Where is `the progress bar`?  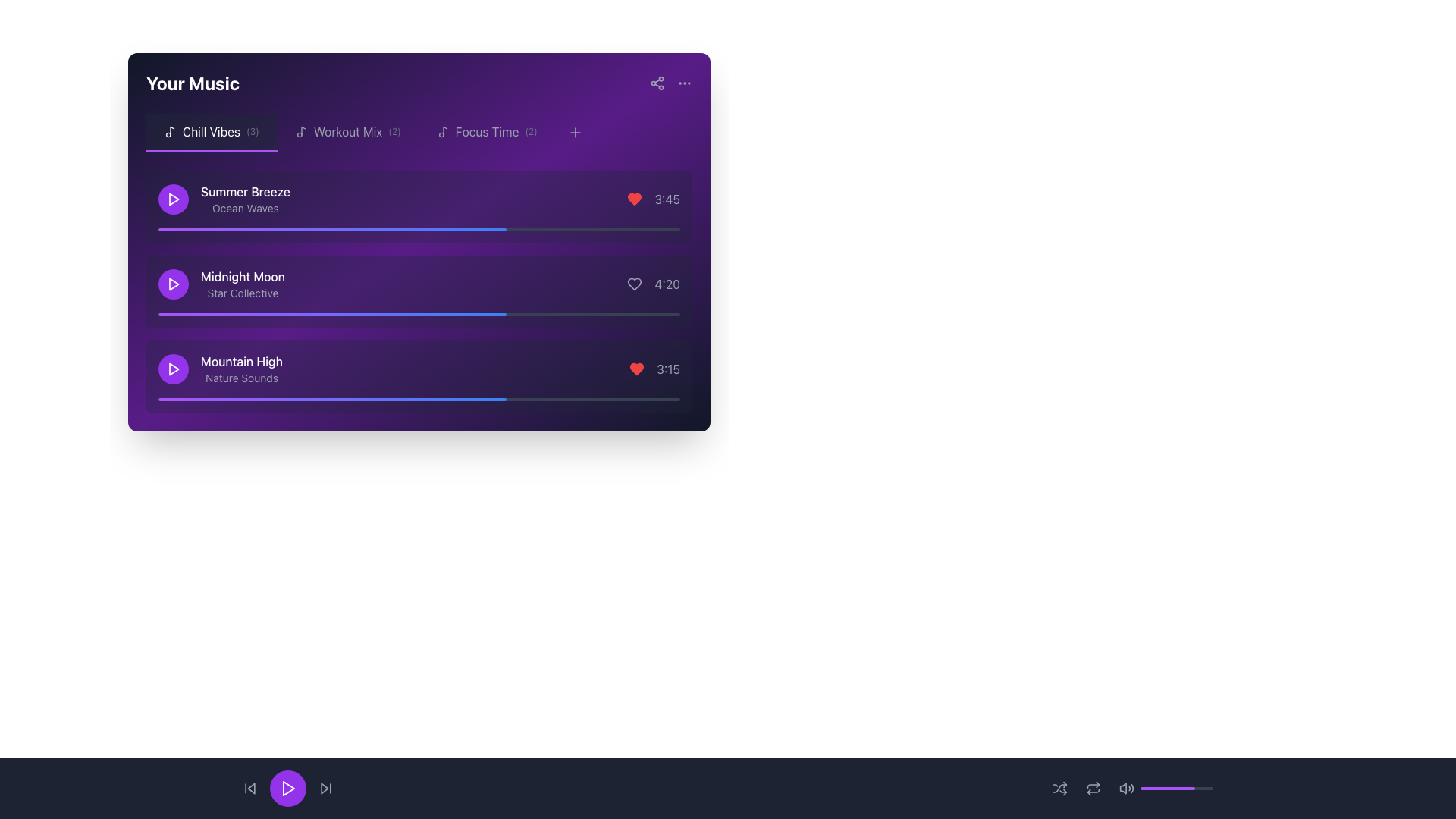 the progress bar is located at coordinates (367, 314).